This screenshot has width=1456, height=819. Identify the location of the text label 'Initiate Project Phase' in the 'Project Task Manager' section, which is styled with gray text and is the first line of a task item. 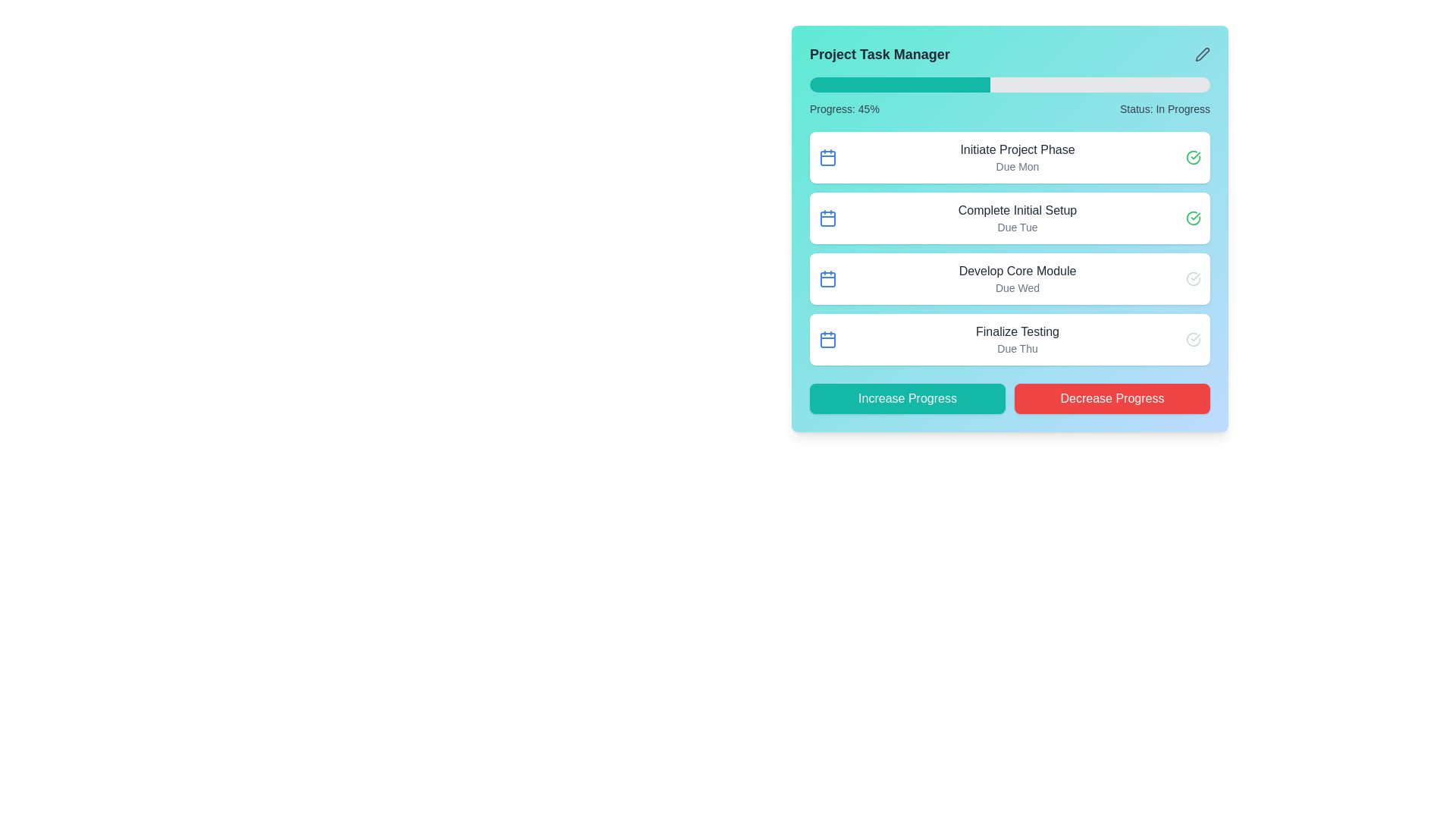
(1018, 149).